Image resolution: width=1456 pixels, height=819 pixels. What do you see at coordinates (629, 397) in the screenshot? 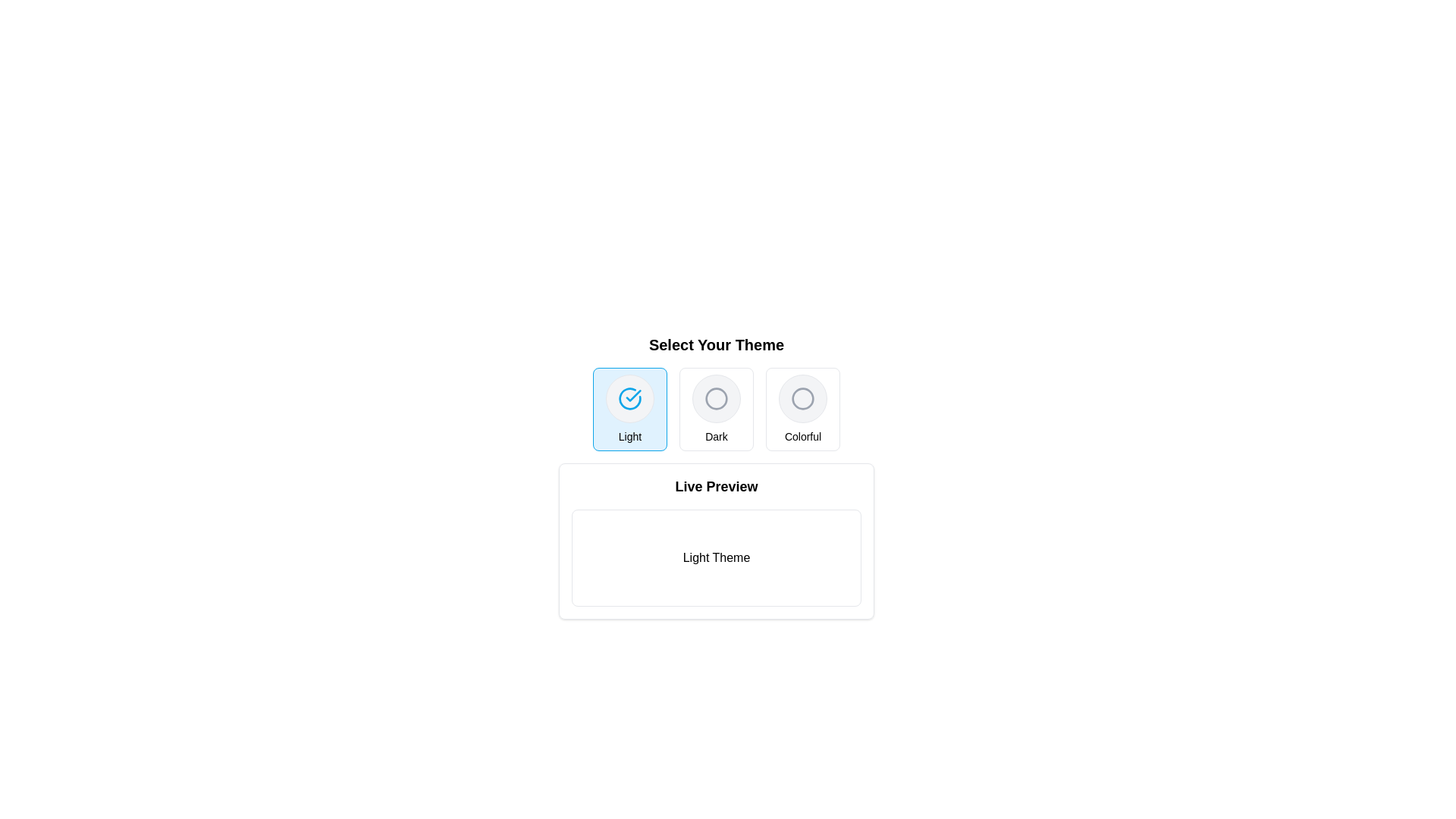
I see `the checkmark icon component that indicates the active selection of the 'Light' theme, located centrally within the first option under the 'Select Your Theme' section` at bounding box center [629, 397].